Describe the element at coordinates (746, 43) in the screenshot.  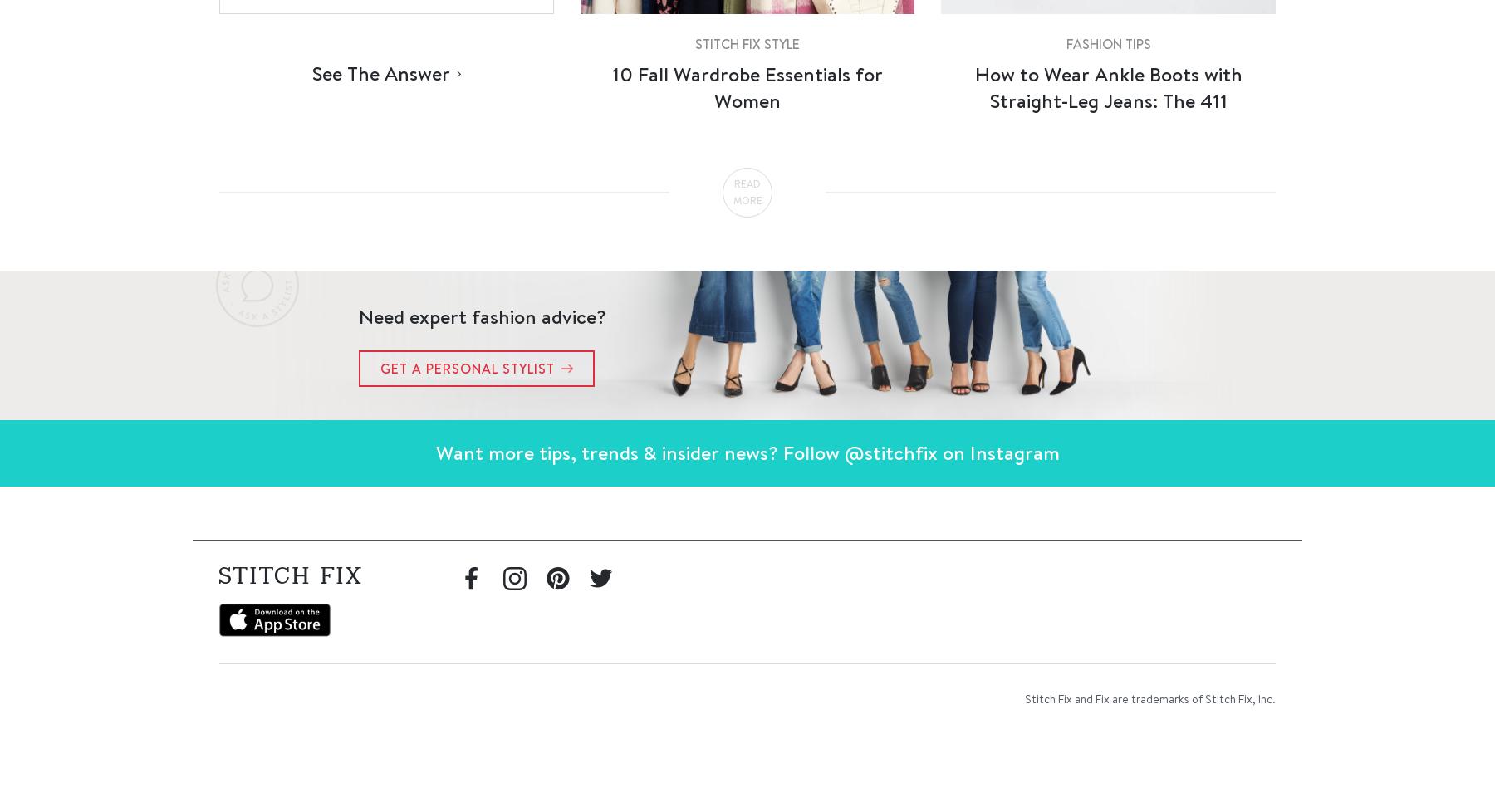
I see `'Stitch Fix Style'` at that location.